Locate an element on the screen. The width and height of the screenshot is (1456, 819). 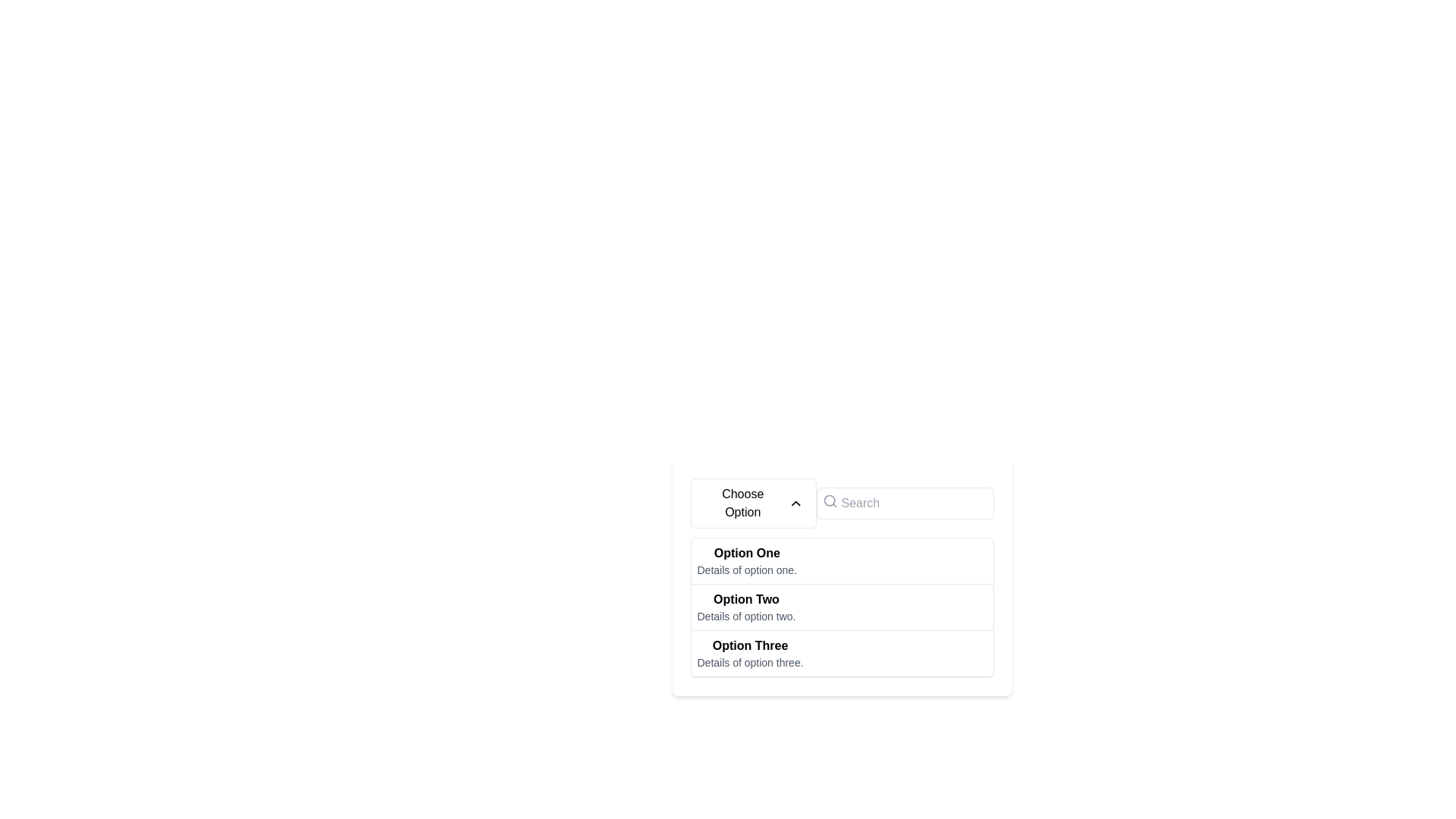
the selectable options panel located near the center-bottom of the interface is located at coordinates (841, 598).